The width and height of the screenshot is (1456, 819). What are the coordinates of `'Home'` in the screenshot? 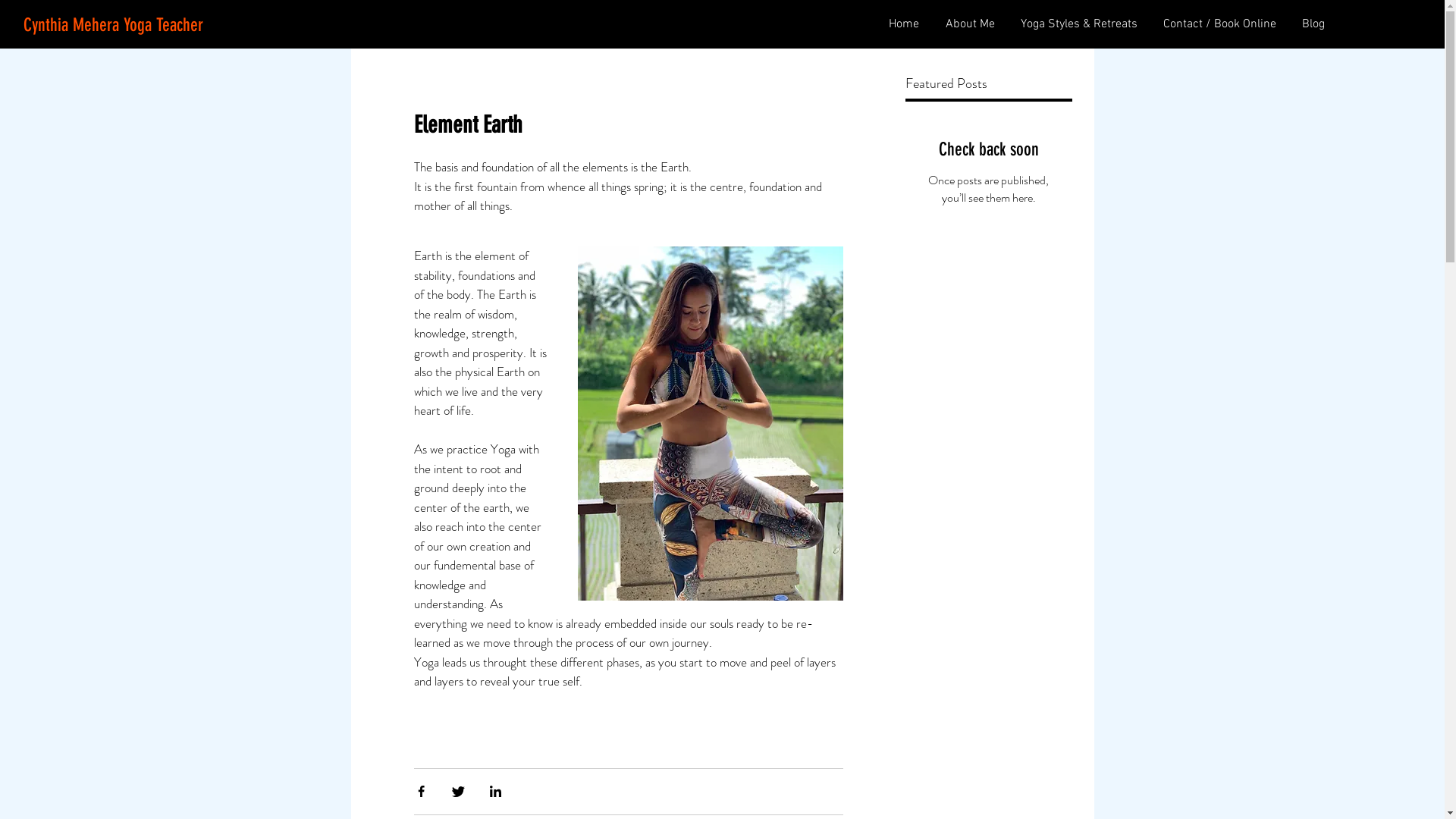 It's located at (902, 24).